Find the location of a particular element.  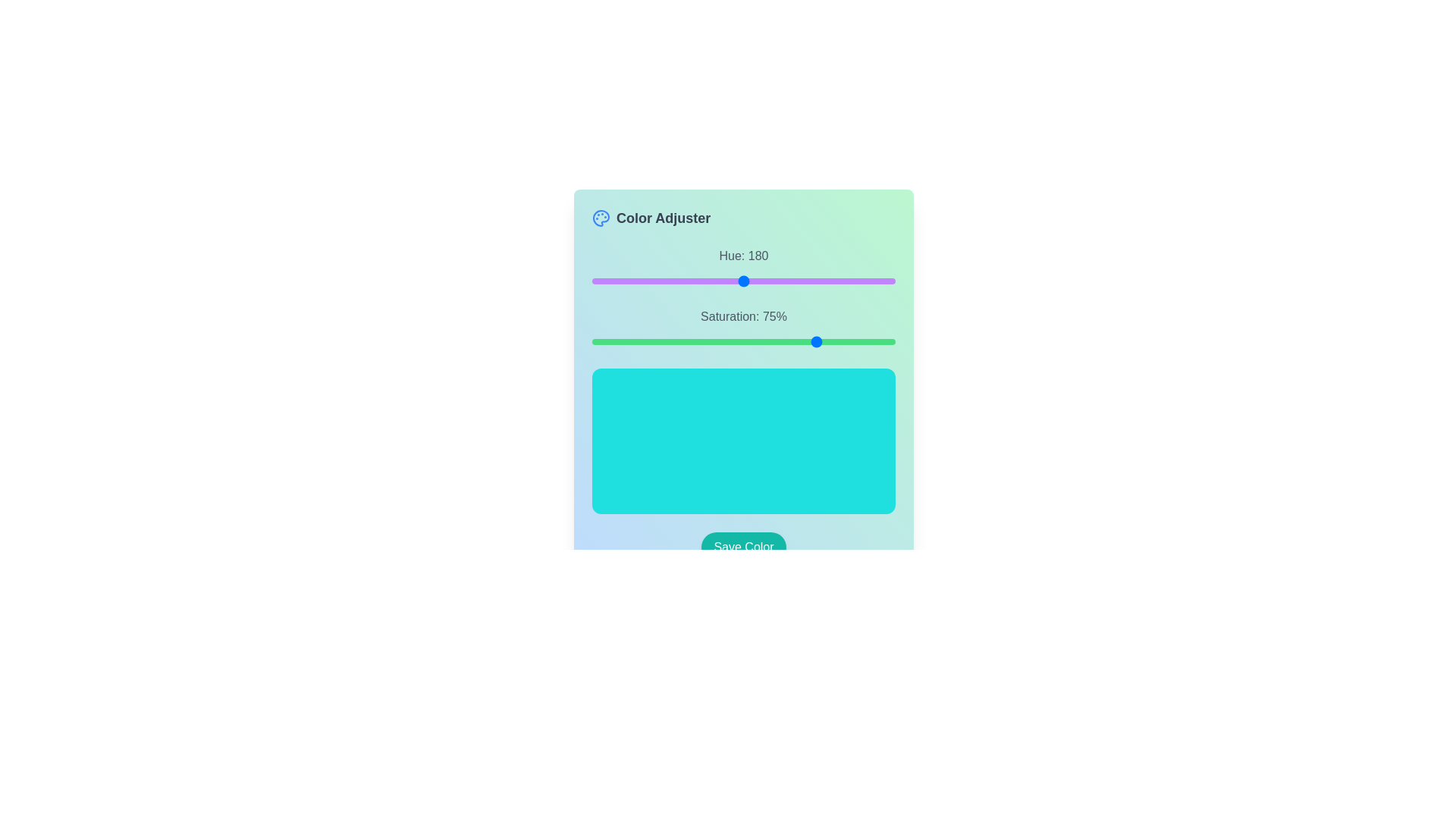

the 'Save Color' button, which is a rounded button with a teal background and white text, located centrally at the bottom of the 'Color Adjuster' card layout is located at coordinates (743, 547).